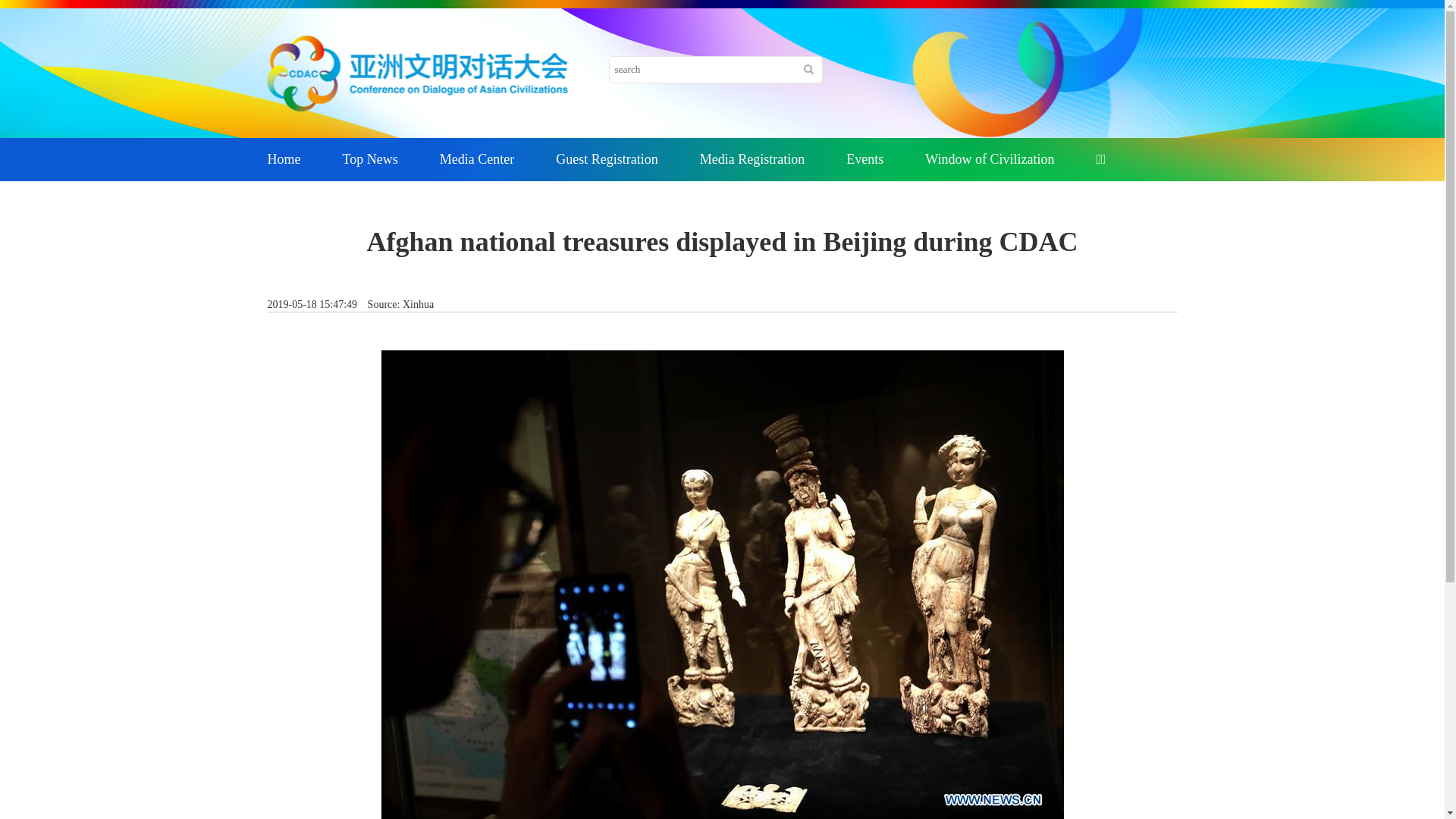  Describe the element at coordinates (607, 158) in the screenshot. I see `'Guest Registration'` at that location.